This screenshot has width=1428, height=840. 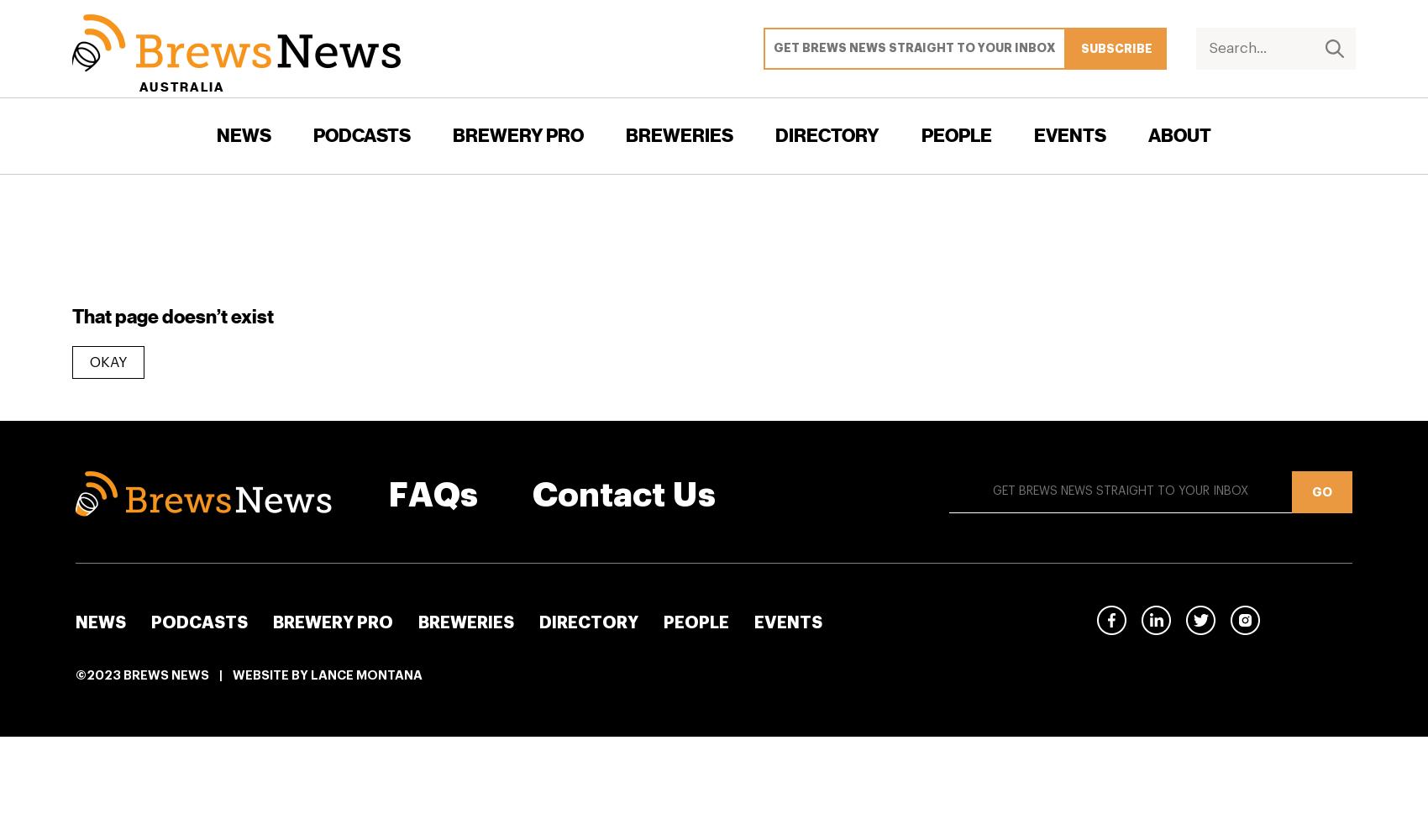 I want to click on 'Instagram', so click(x=1294, y=618).